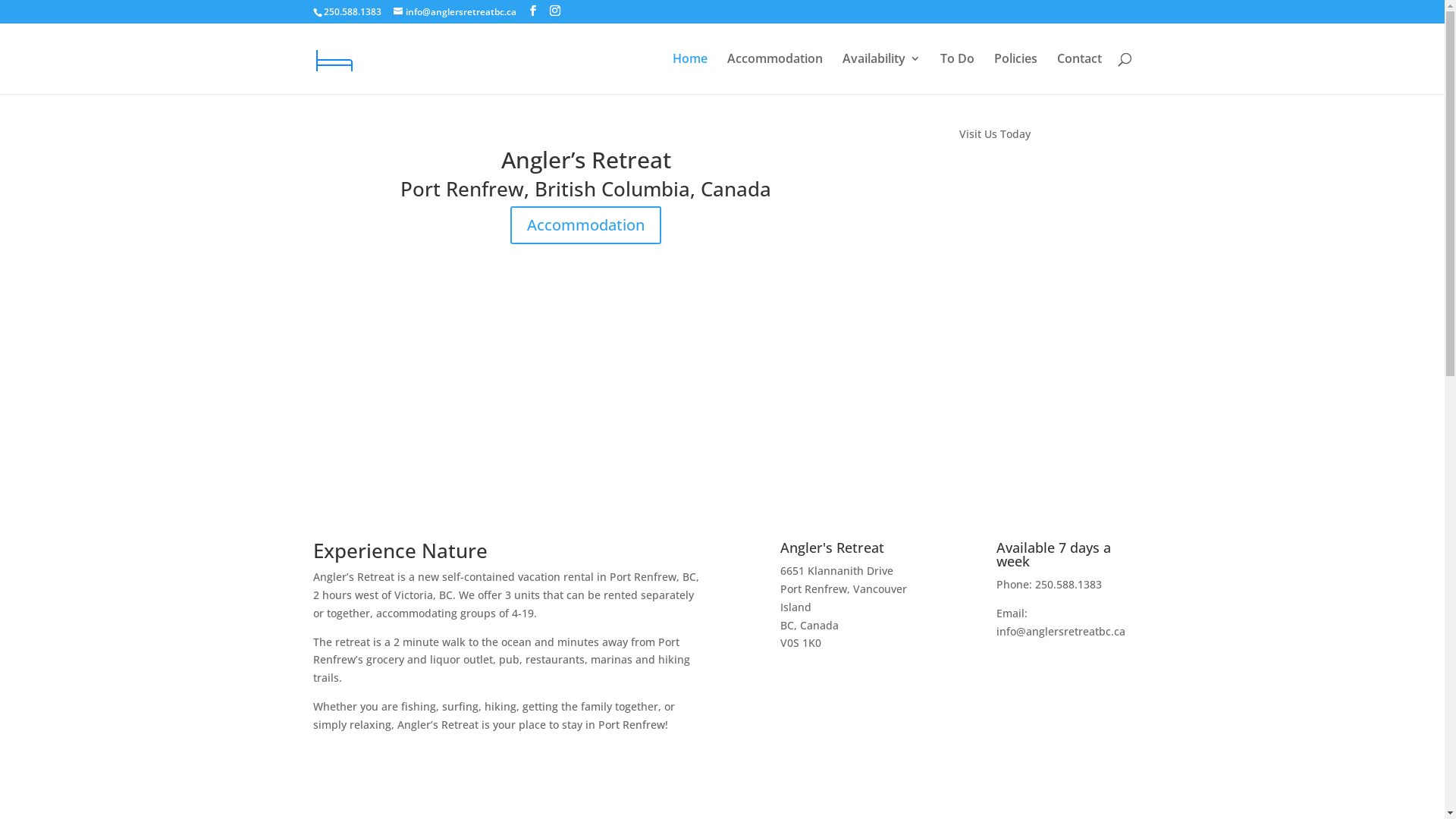 This screenshot has height=819, width=1456. Describe the element at coordinates (956, 73) in the screenshot. I see `'To Do'` at that location.